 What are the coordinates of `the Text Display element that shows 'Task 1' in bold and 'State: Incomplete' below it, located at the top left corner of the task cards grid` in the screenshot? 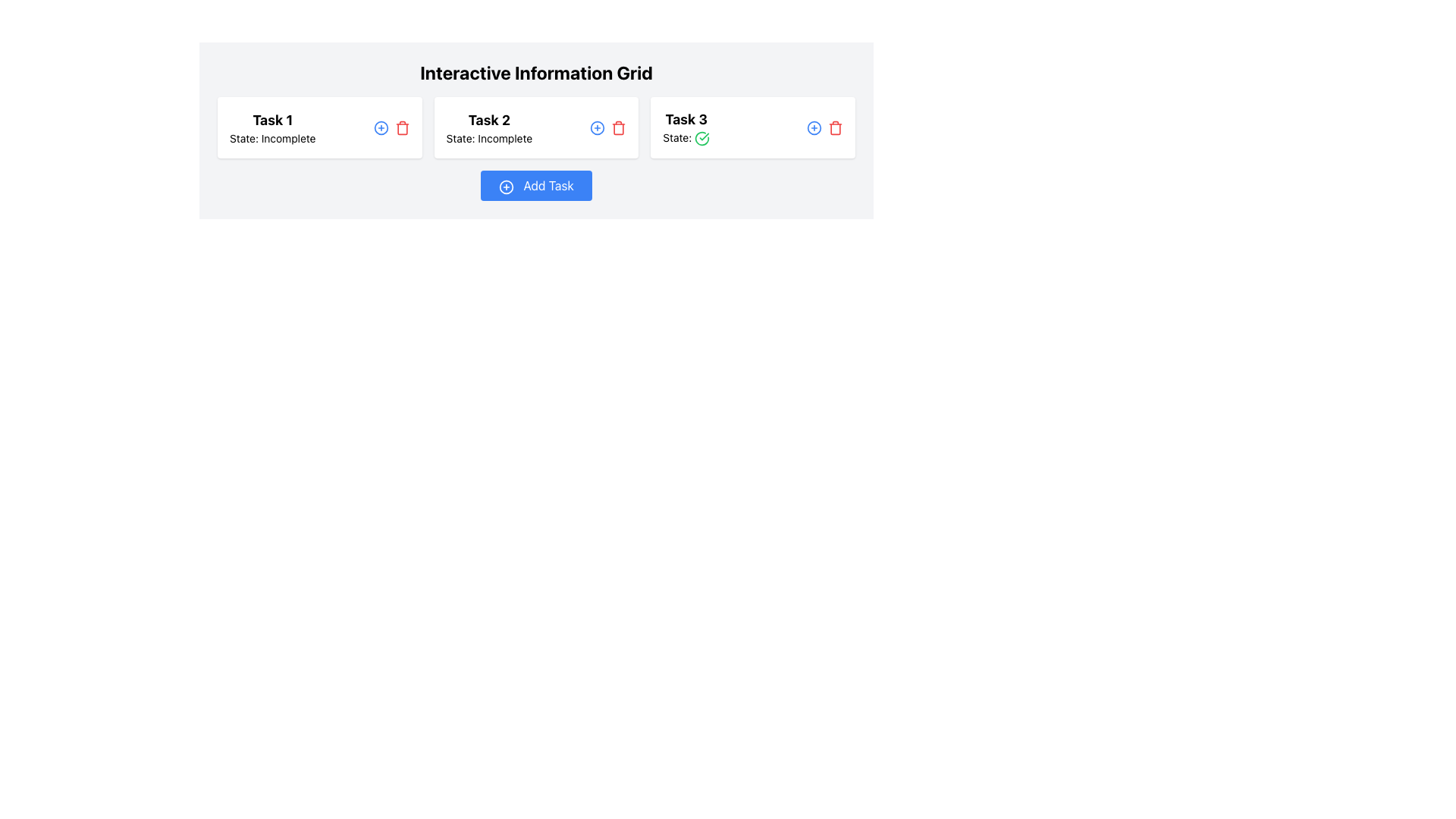 It's located at (272, 127).